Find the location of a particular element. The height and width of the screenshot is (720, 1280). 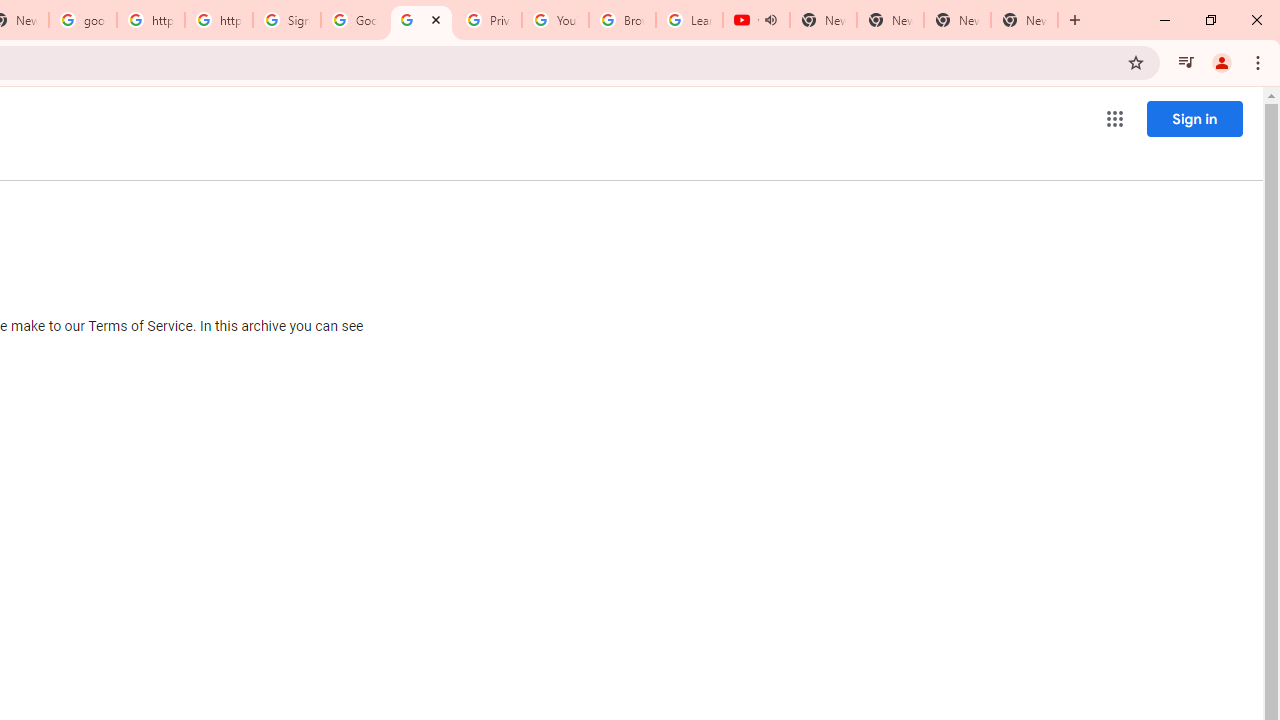

'YouTube' is located at coordinates (555, 20).